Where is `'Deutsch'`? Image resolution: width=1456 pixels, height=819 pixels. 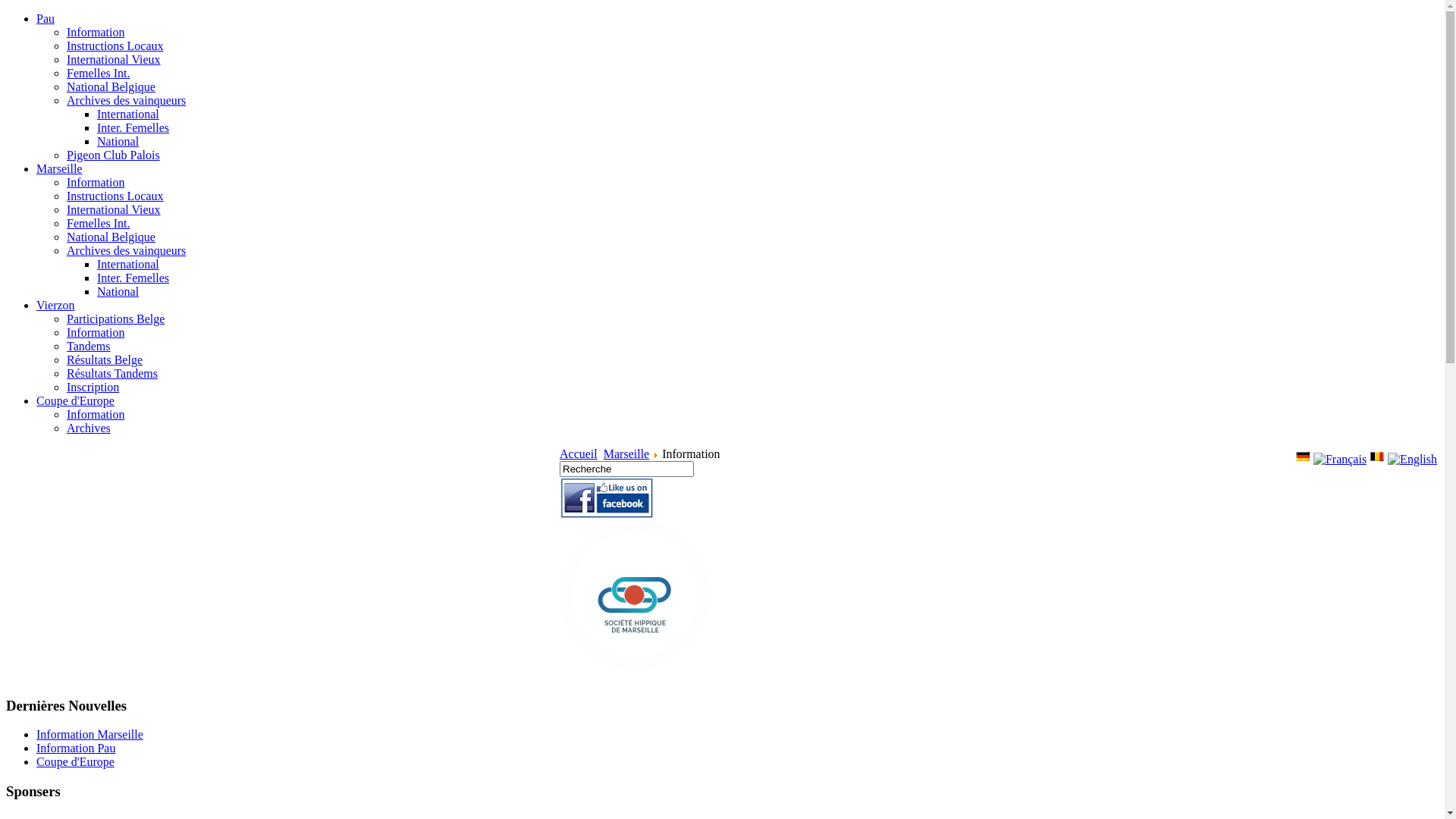
'Deutsch' is located at coordinates (1302, 455).